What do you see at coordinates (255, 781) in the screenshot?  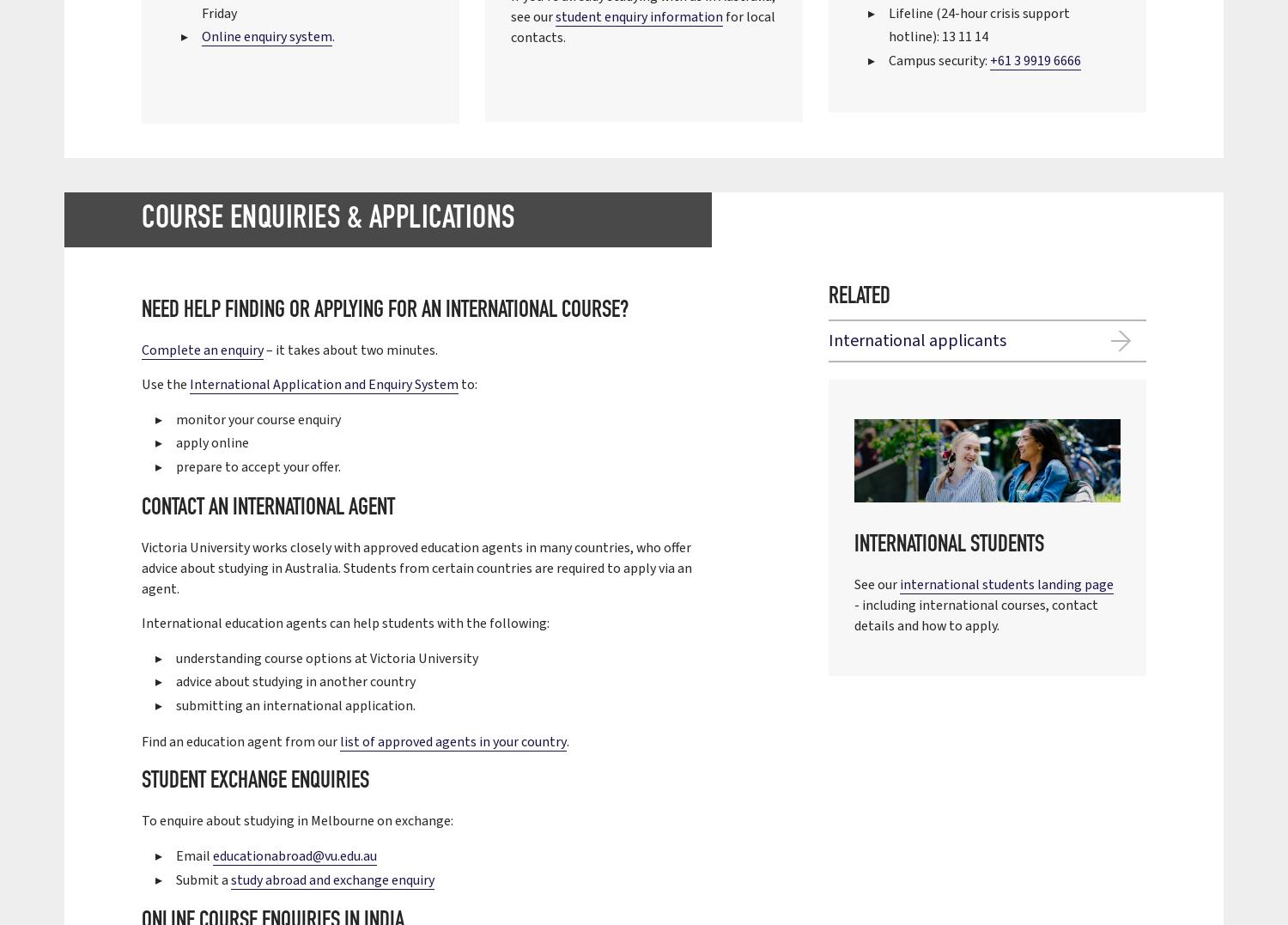 I see `'Student exchange enquiries'` at bounding box center [255, 781].